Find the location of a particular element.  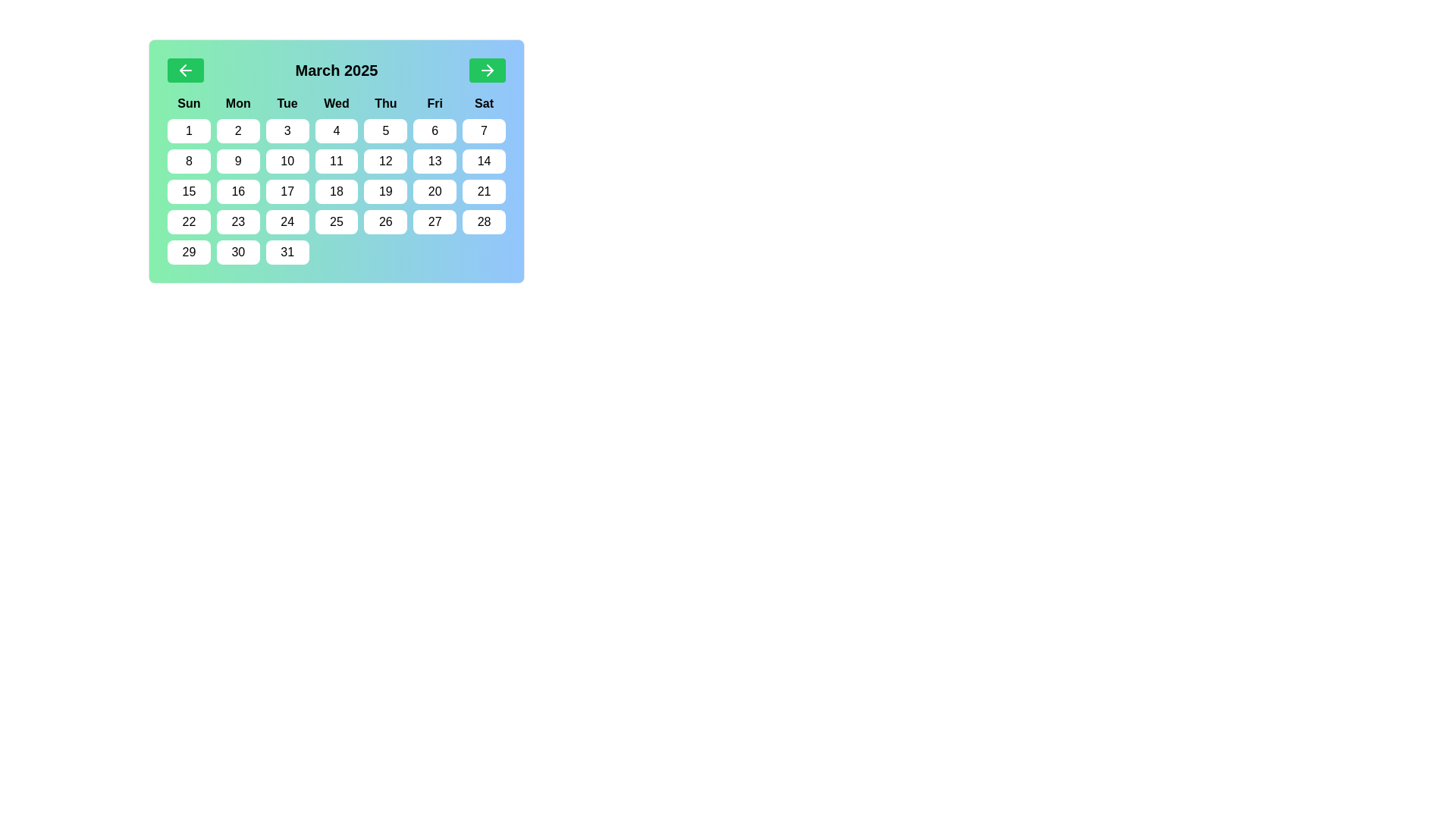

the navigation icon within the green button located on the right side of the calendar header is located at coordinates (488, 70).